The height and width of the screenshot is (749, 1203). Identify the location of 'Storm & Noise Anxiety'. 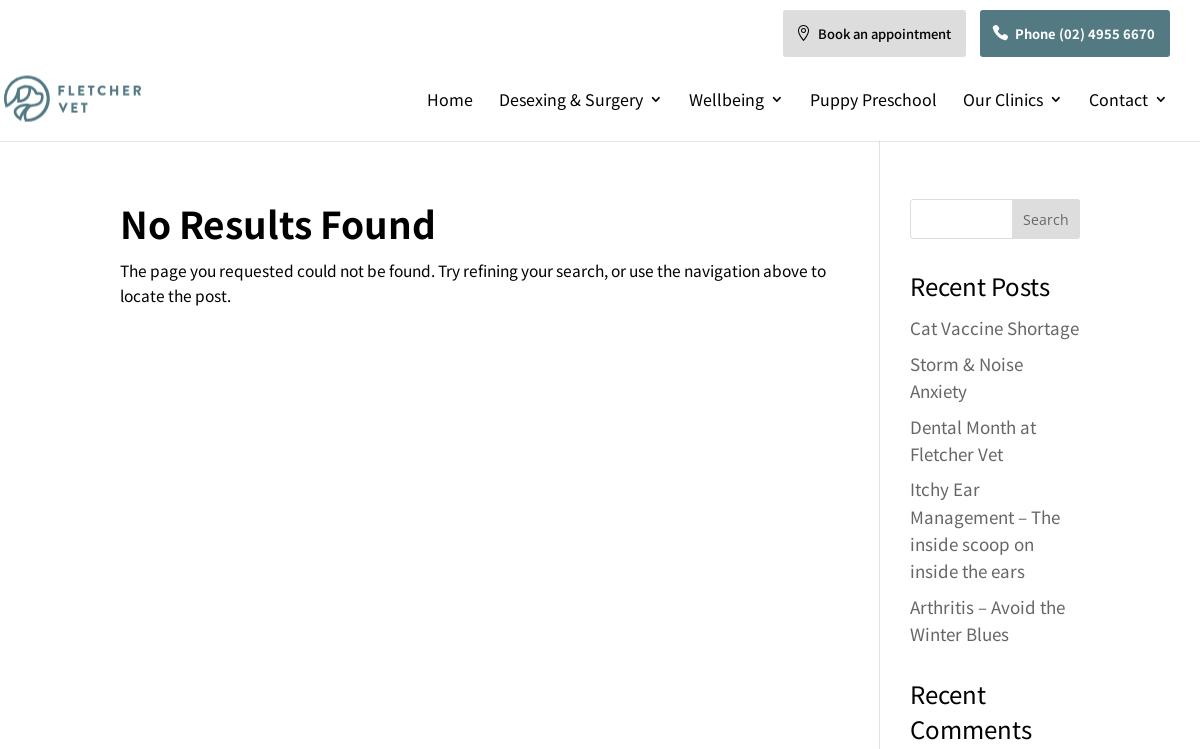
(907, 374).